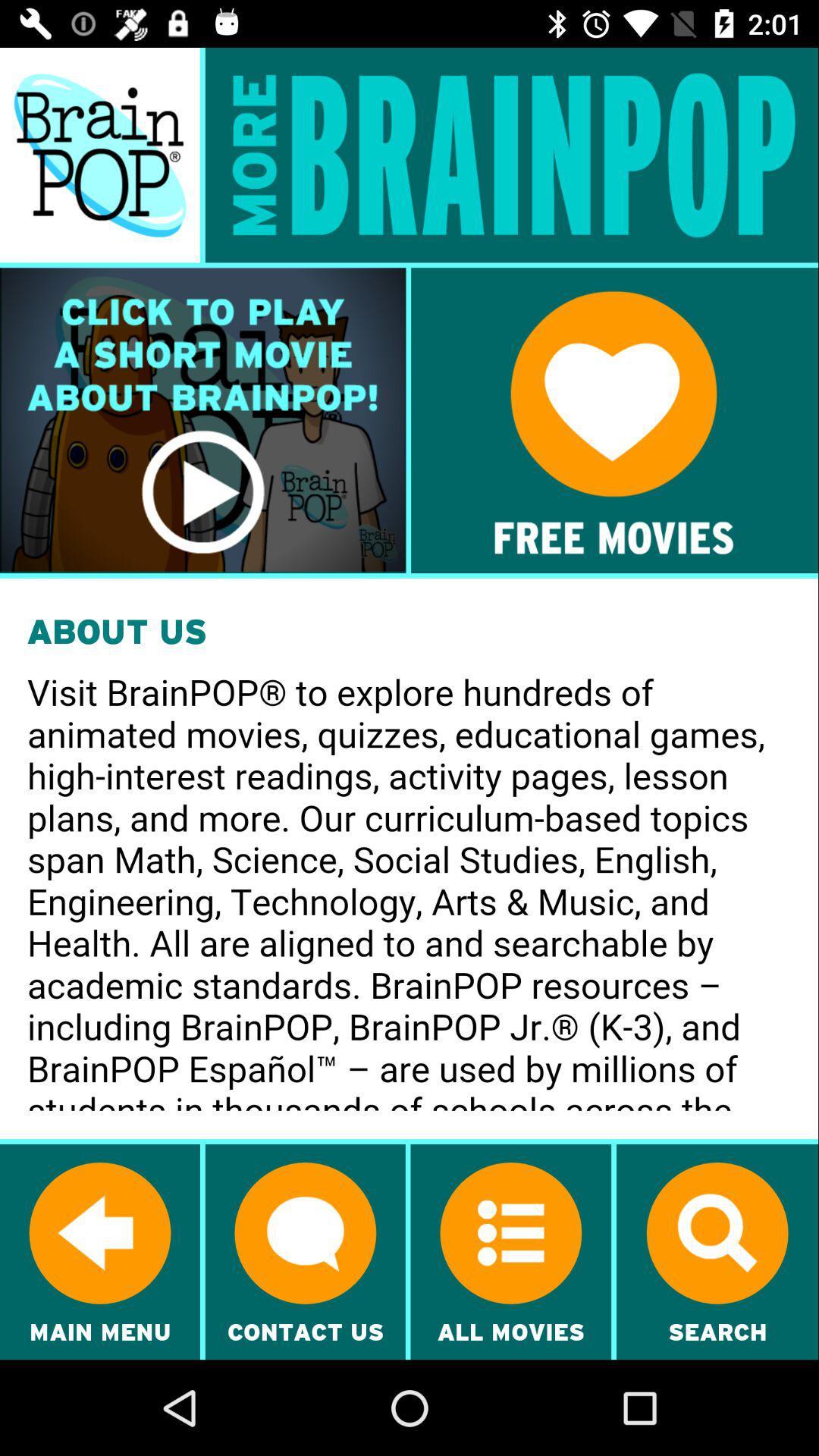 Image resolution: width=819 pixels, height=1456 pixels. What do you see at coordinates (202, 420) in the screenshot?
I see `a movie` at bounding box center [202, 420].